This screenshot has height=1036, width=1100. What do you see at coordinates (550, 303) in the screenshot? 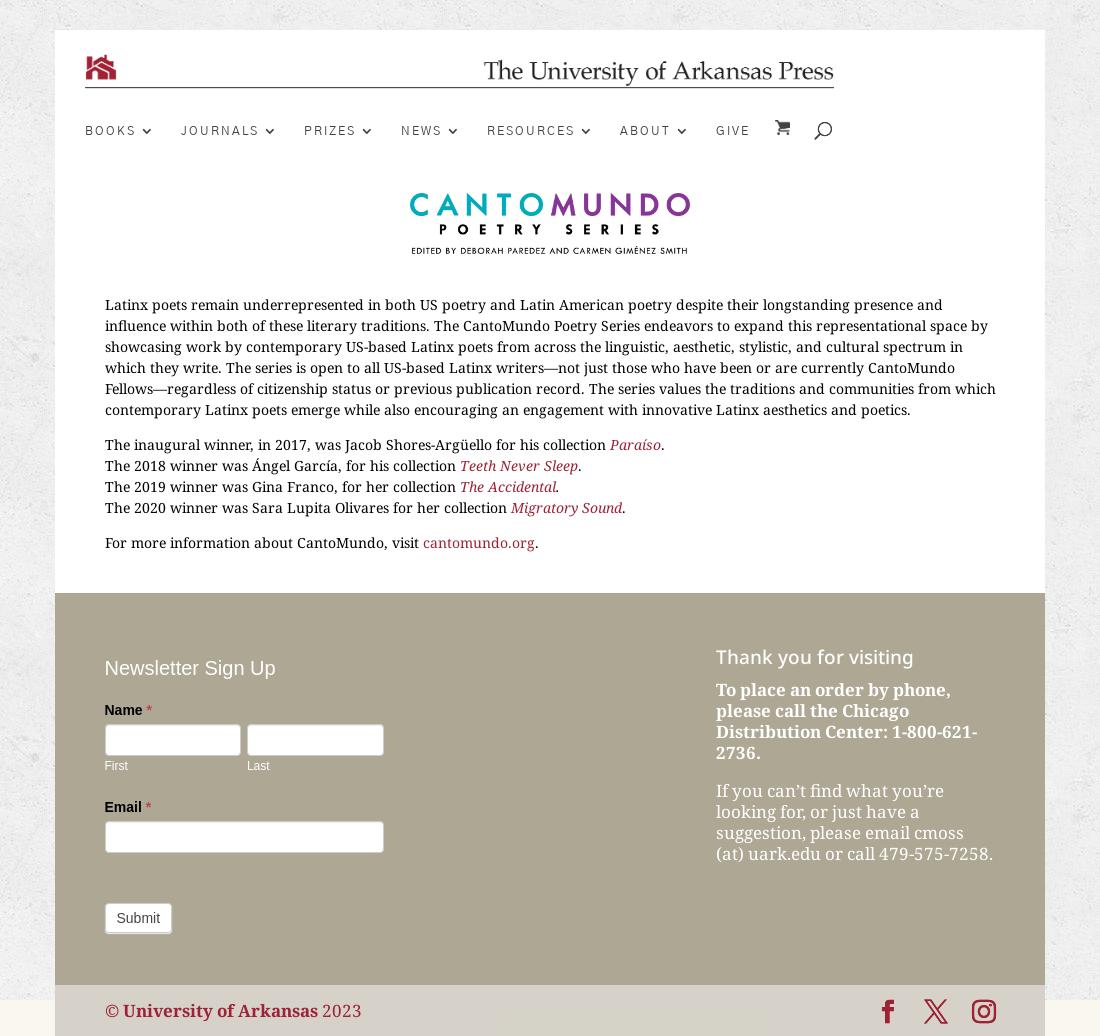
I see `'Media'` at bounding box center [550, 303].